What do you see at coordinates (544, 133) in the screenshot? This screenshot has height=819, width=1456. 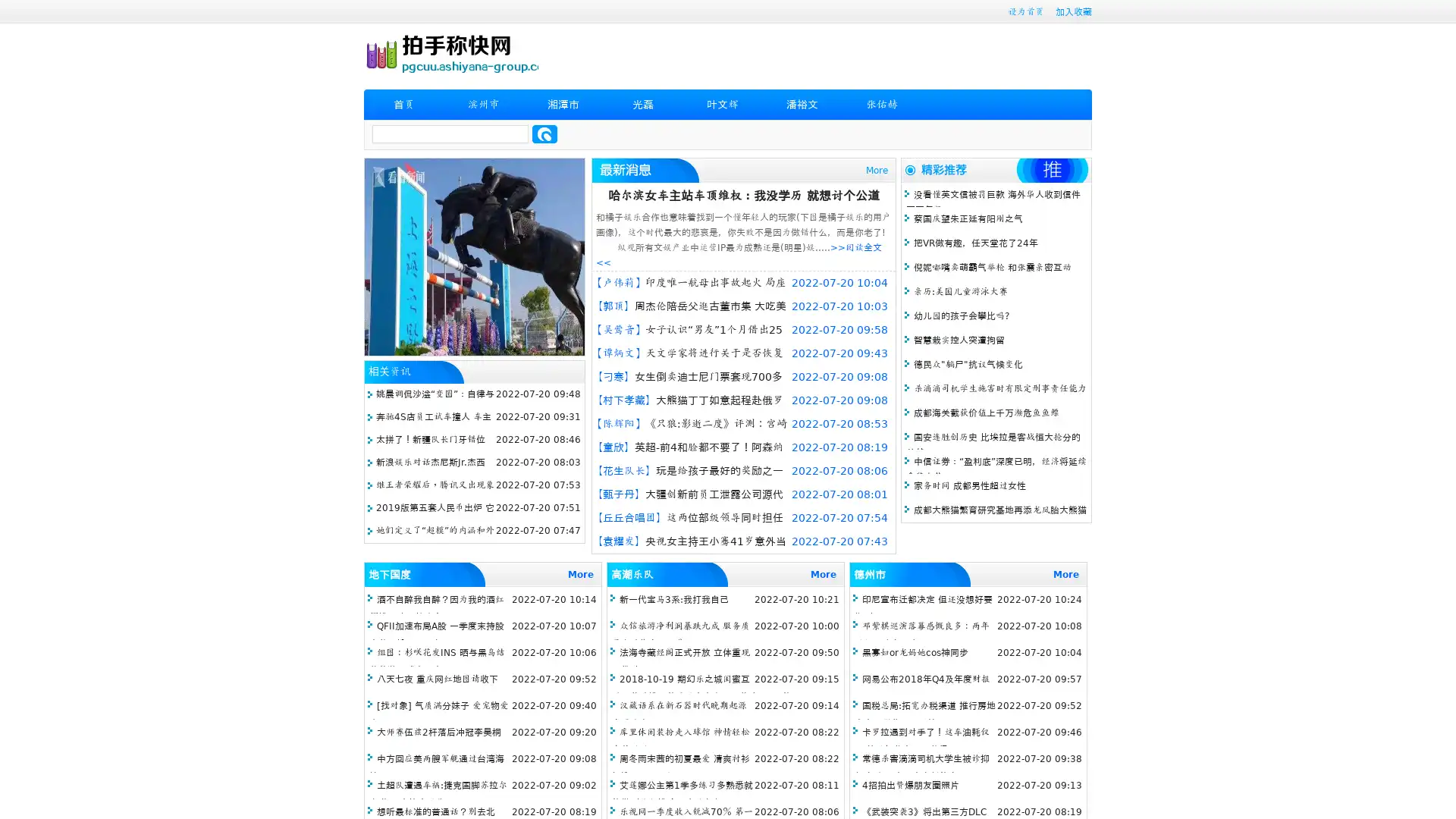 I see `Search` at bounding box center [544, 133].